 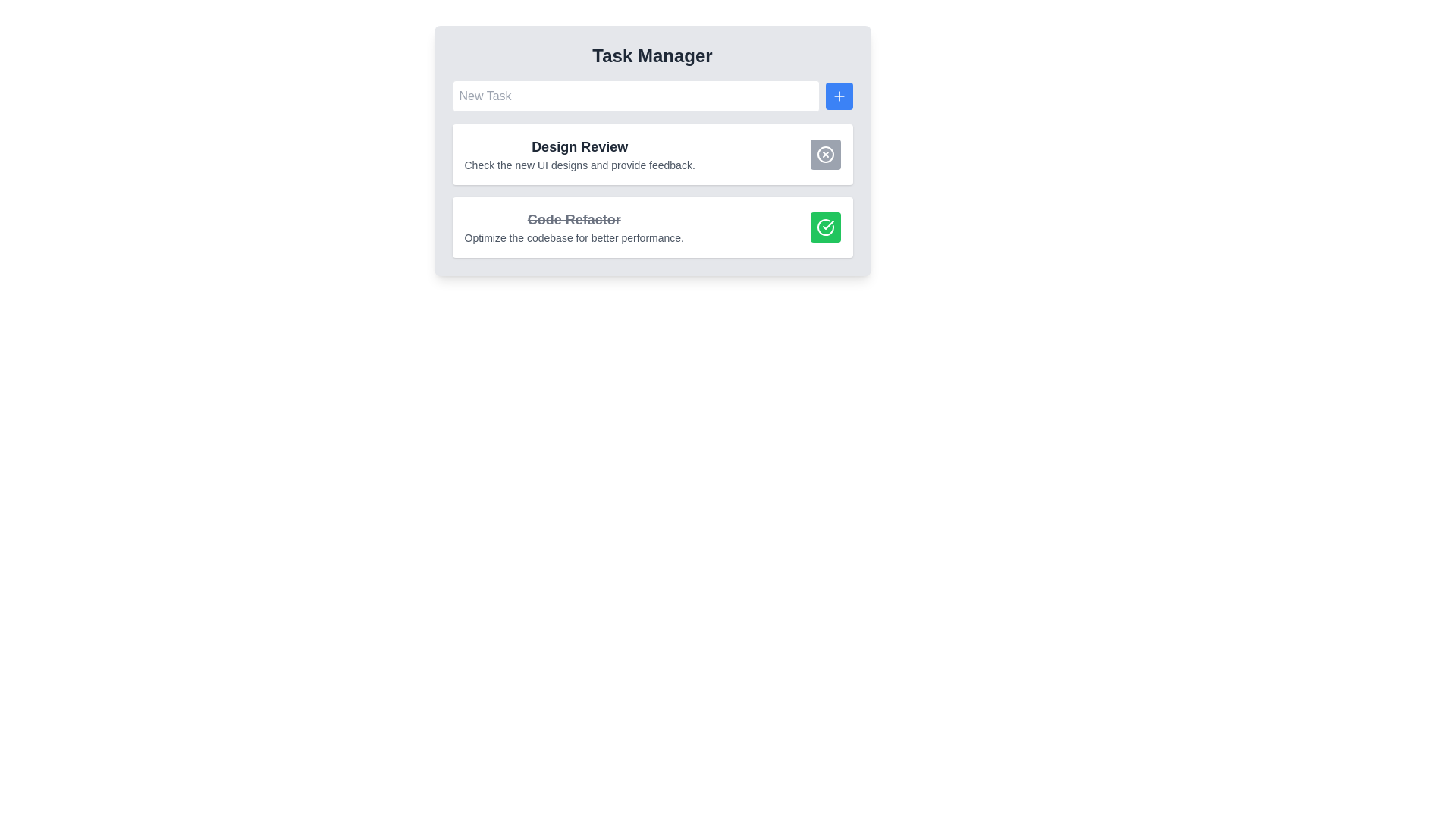 What do you see at coordinates (652, 227) in the screenshot?
I see `the green circular button with a checkmark icon on the Task item labeled 'Code Refactor' to mark the task as done` at bounding box center [652, 227].